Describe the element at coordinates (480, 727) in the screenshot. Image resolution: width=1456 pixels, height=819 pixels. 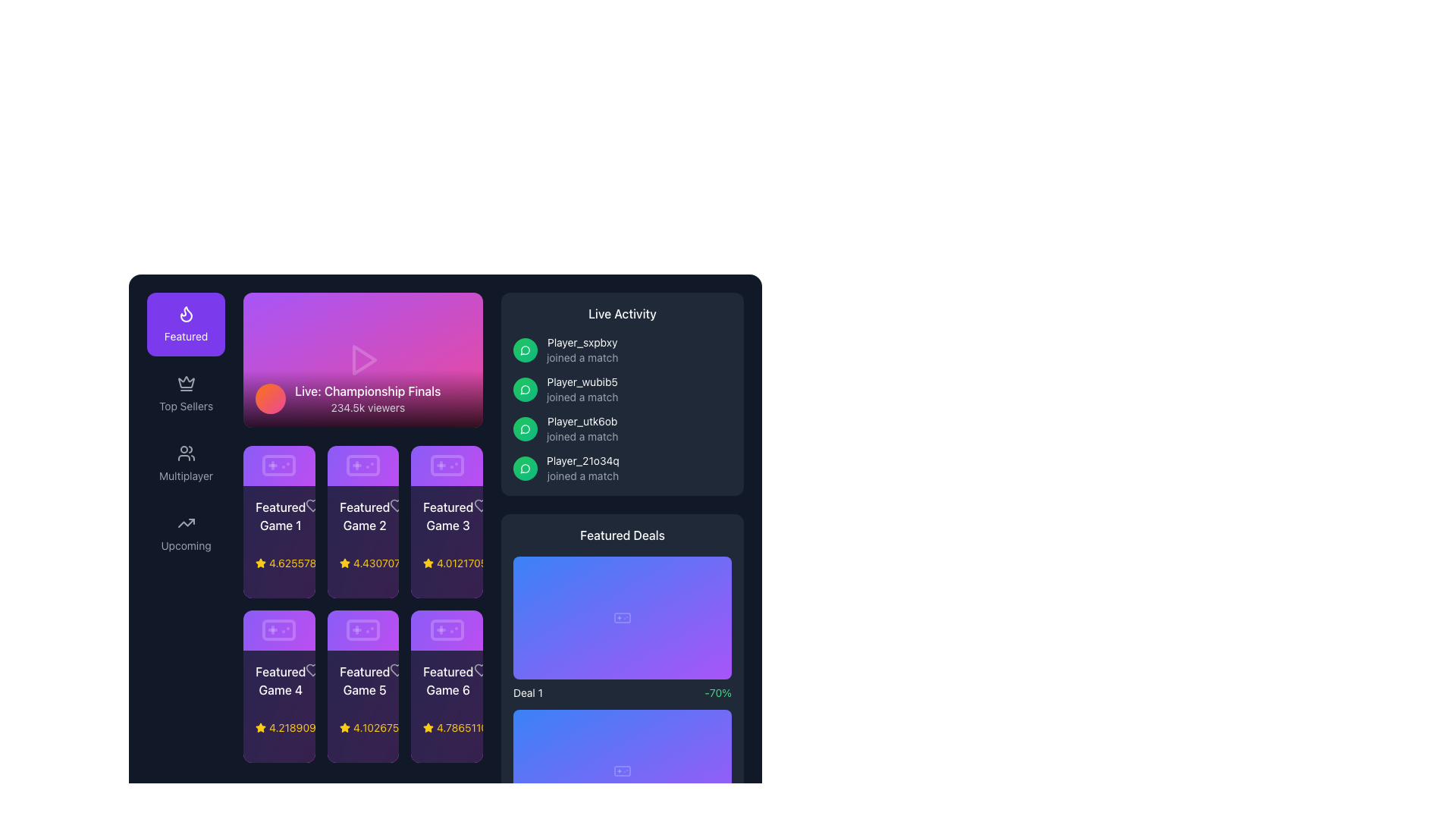
I see `the sixth numerical rating display which consists of a yellow star icon and the text '4.786511040495073' in yellow font, located in the last column of the grid of featured games` at that location.